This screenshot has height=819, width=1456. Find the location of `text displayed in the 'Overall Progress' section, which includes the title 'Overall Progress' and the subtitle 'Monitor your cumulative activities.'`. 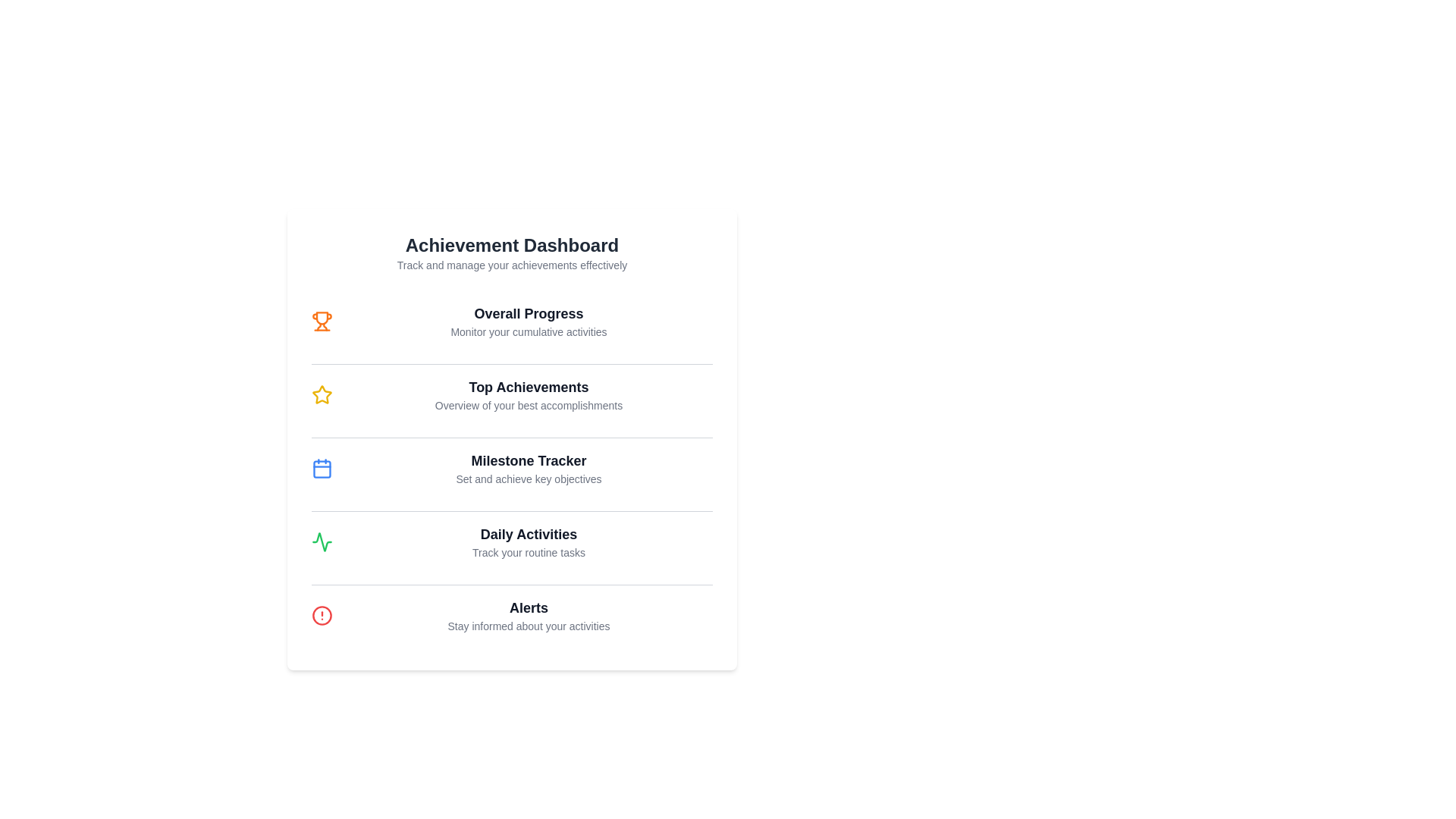

text displayed in the 'Overall Progress' section, which includes the title 'Overall Progress' and the subtitle 'Monitor your cumulative activities.' is located at coordinates (529, 321).